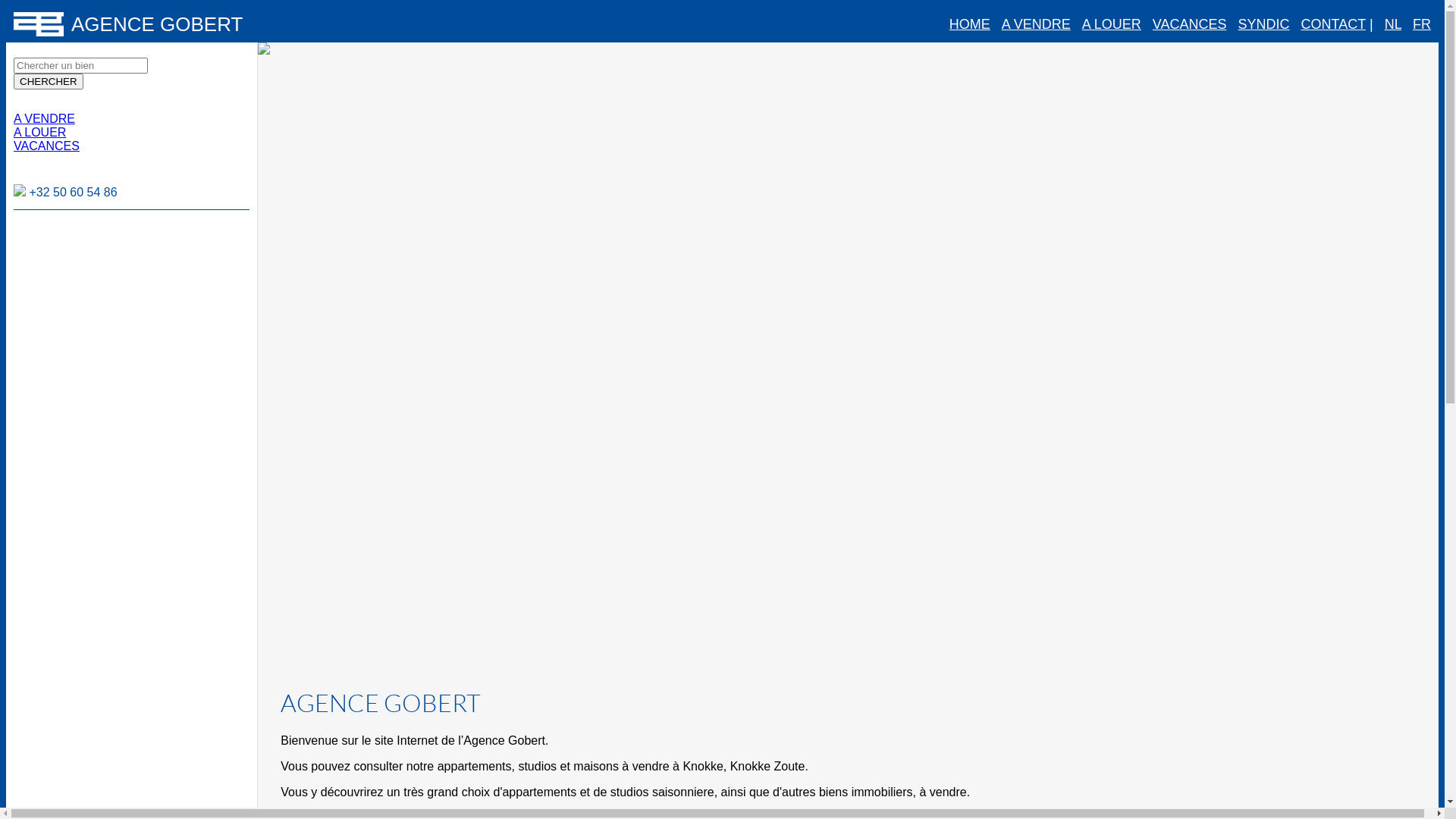  Describe the element at coordinates (48, 81) in the screenshot. I see `'CHERCHER'` at that location.